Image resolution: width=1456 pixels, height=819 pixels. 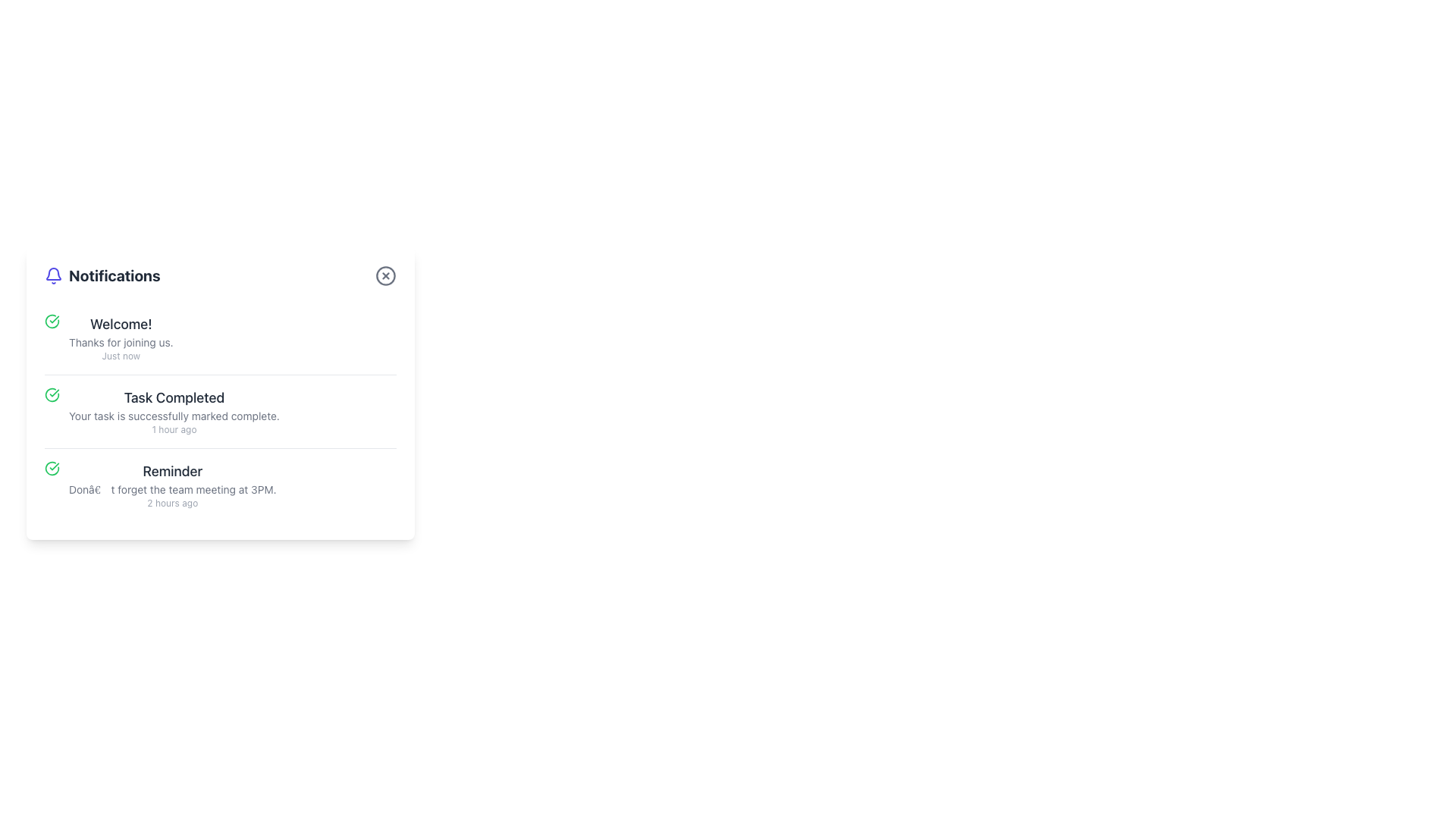 I want to click on the static notification item that displays the welcome message, positioned at the top of the notifications list, so click(x=220, y=337).